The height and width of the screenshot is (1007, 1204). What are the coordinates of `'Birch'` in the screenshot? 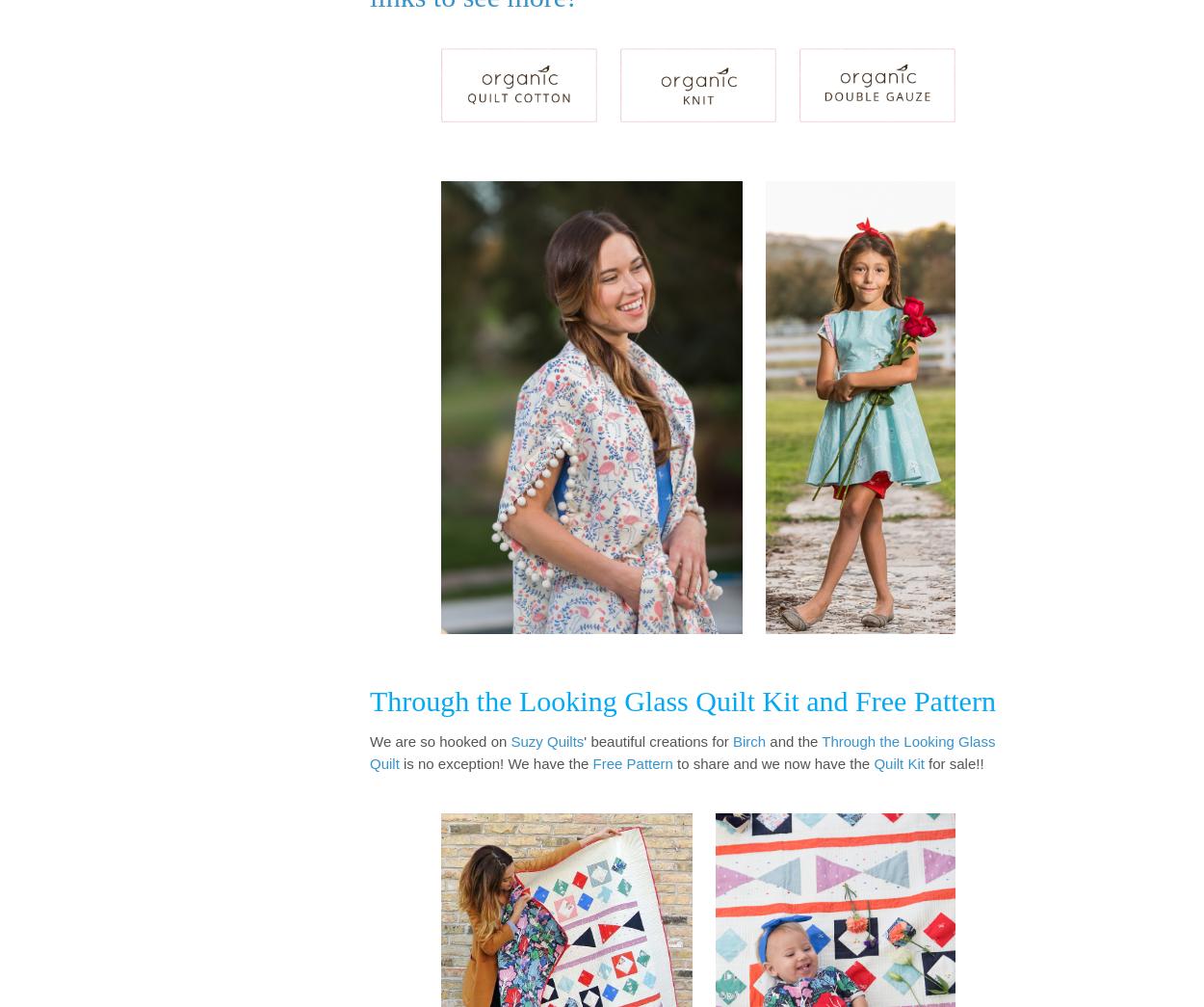 It's located at (748, 741).